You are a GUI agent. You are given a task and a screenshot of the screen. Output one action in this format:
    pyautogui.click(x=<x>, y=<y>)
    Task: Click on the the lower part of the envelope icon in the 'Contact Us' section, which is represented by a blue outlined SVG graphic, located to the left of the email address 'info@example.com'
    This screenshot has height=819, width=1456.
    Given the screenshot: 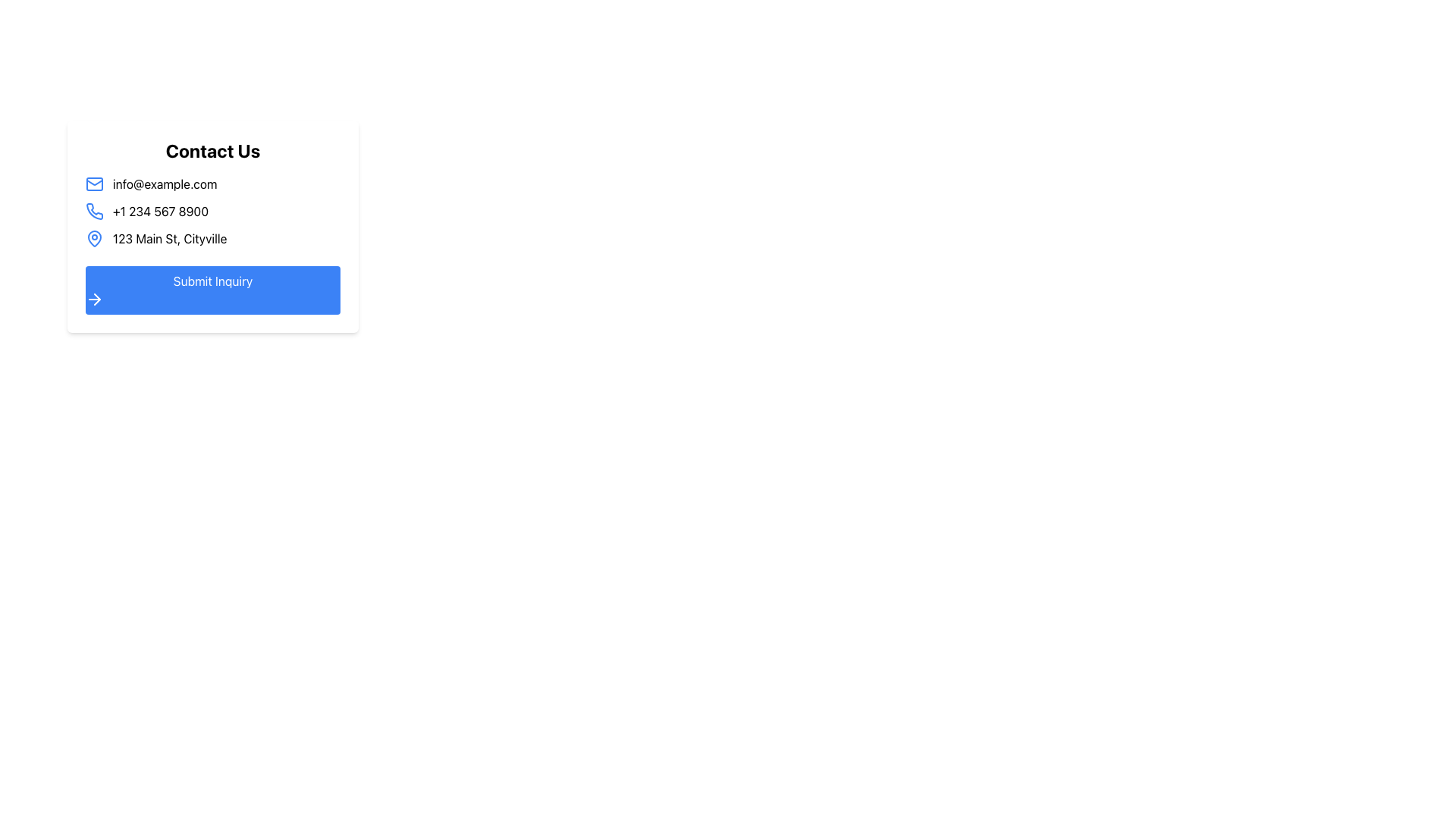 What is the action you would take?
    pyautogui.click(x=93, y=180)
    